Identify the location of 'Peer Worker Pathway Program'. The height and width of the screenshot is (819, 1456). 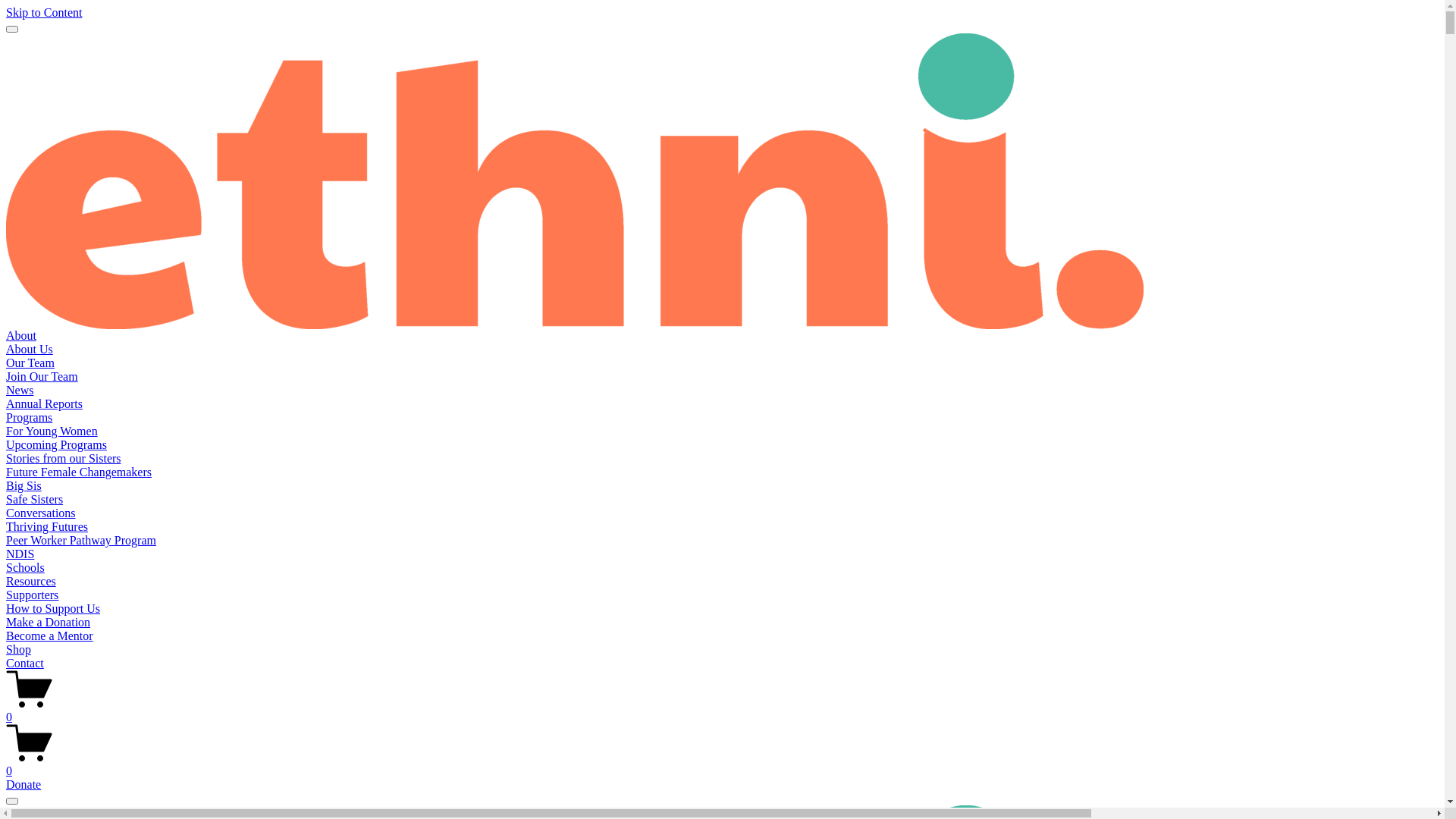
(6, 539).